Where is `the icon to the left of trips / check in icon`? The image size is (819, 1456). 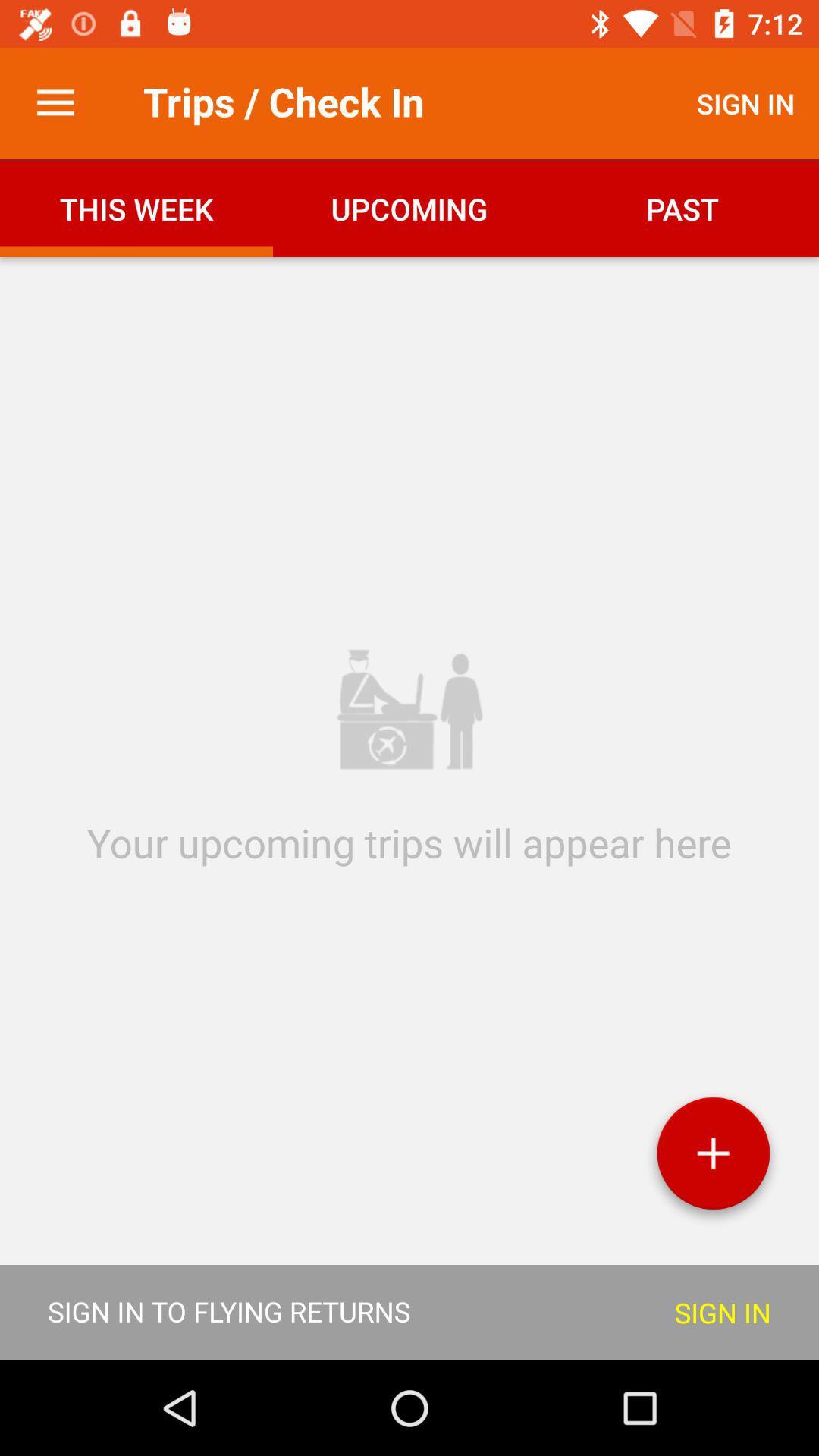 the icon to the left of trips / check in icon is located at coordinates (55, 102).